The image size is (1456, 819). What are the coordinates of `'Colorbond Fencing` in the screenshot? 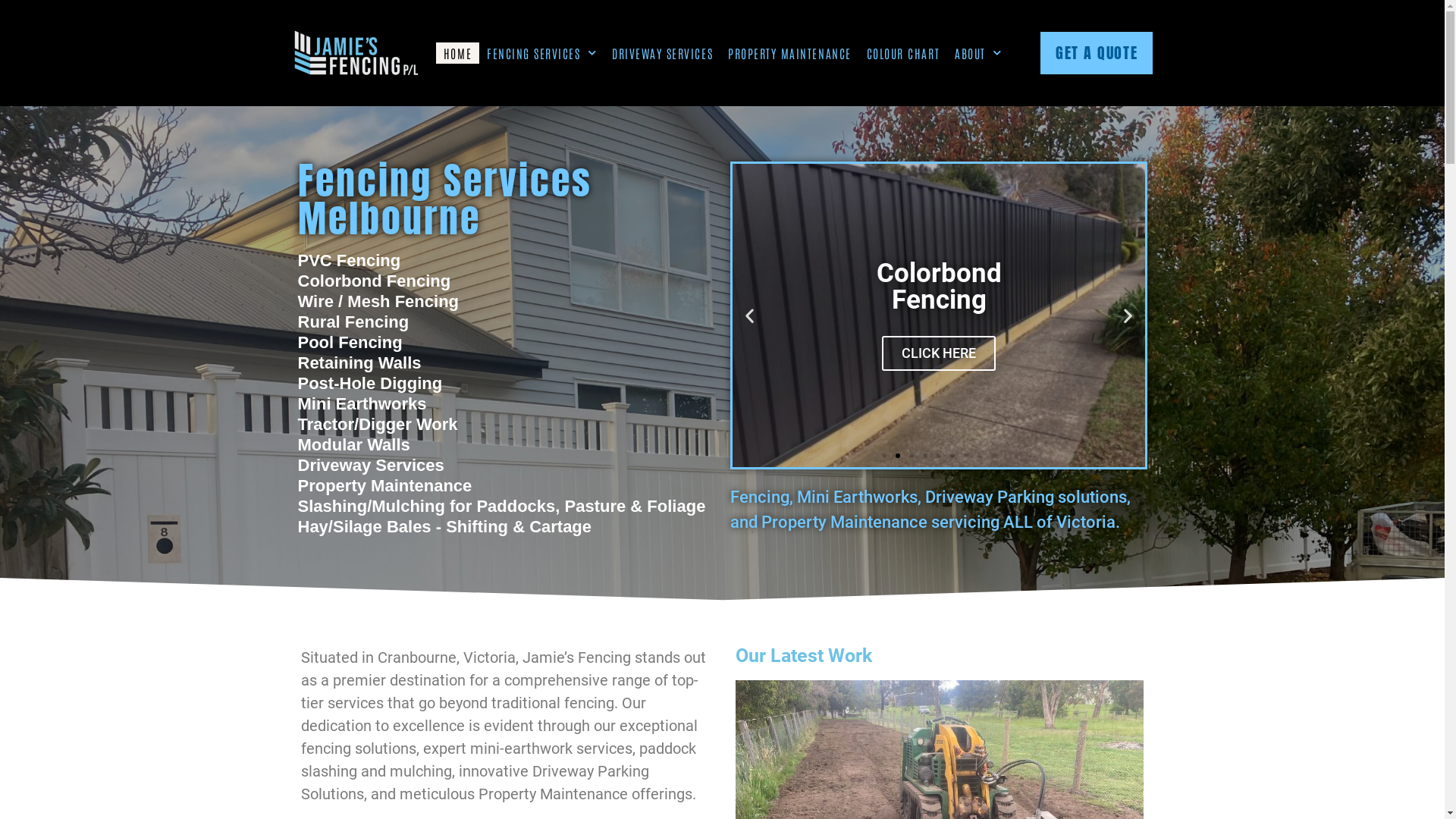 It's located at (938, 315).